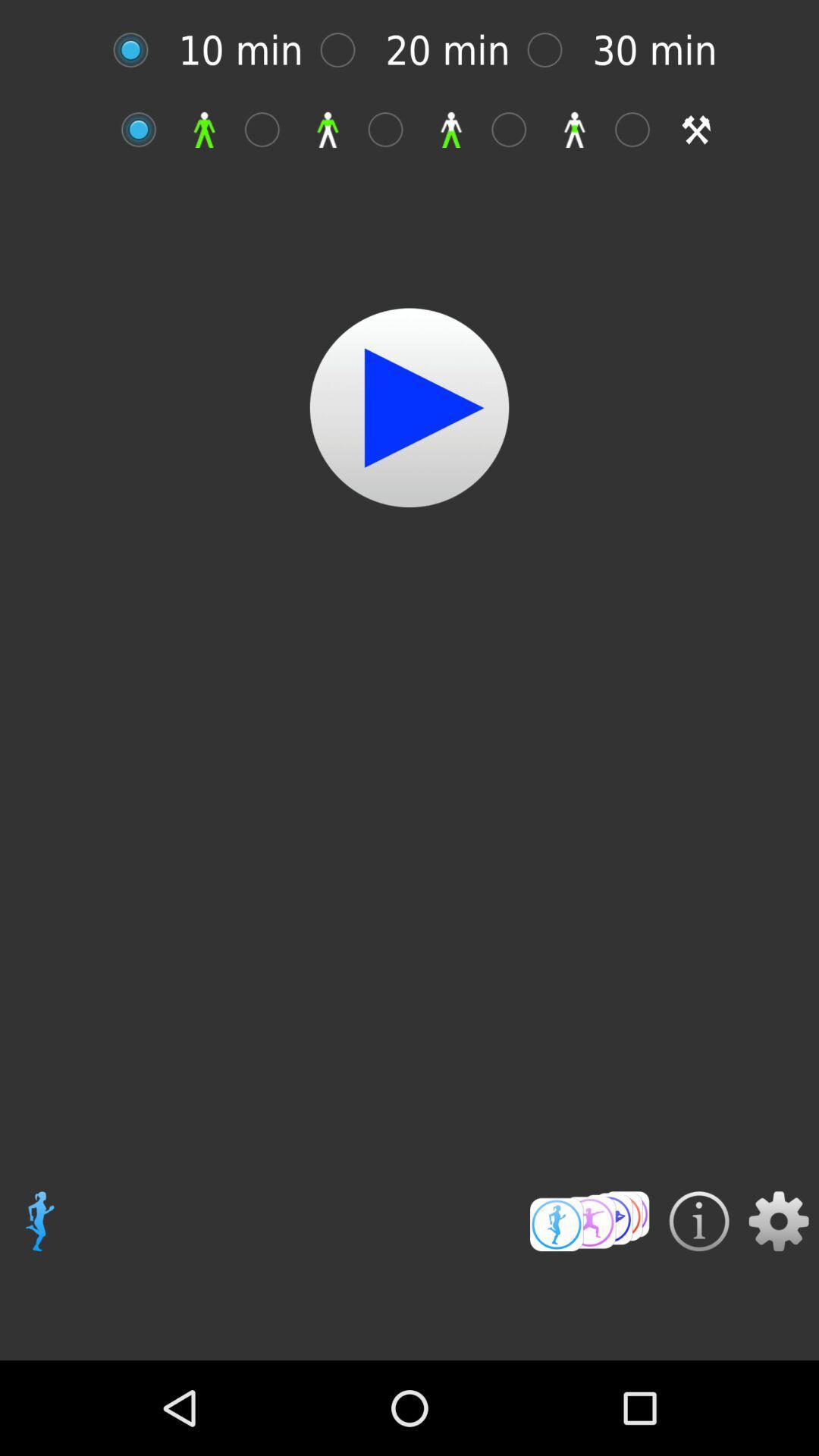  What do you see at coordinates (409, 407) in the screenshot?
I see `the music` at bounding box center [409, 407].